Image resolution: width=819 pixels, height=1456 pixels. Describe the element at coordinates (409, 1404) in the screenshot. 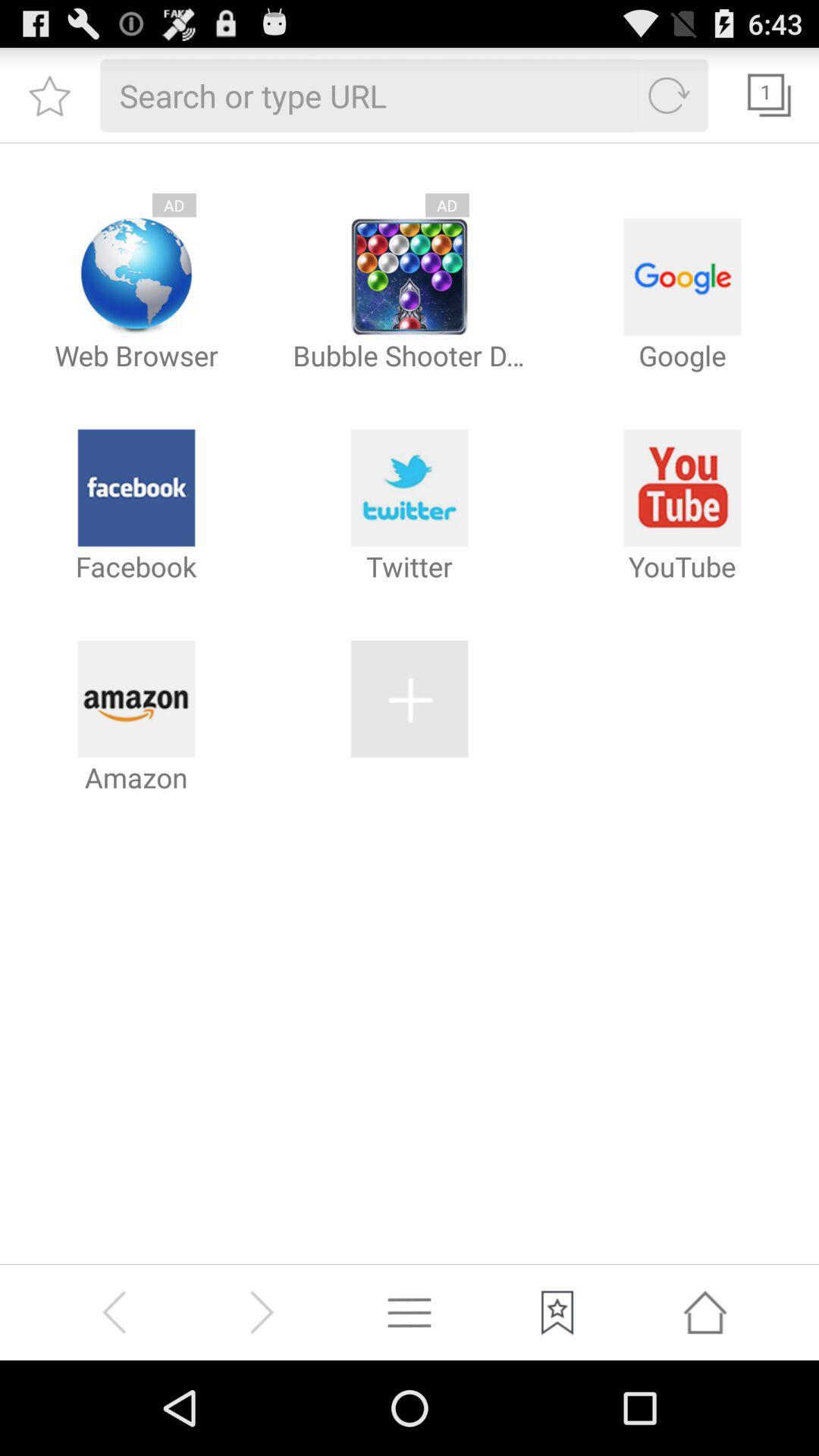

I see `the menu icon` at that location.